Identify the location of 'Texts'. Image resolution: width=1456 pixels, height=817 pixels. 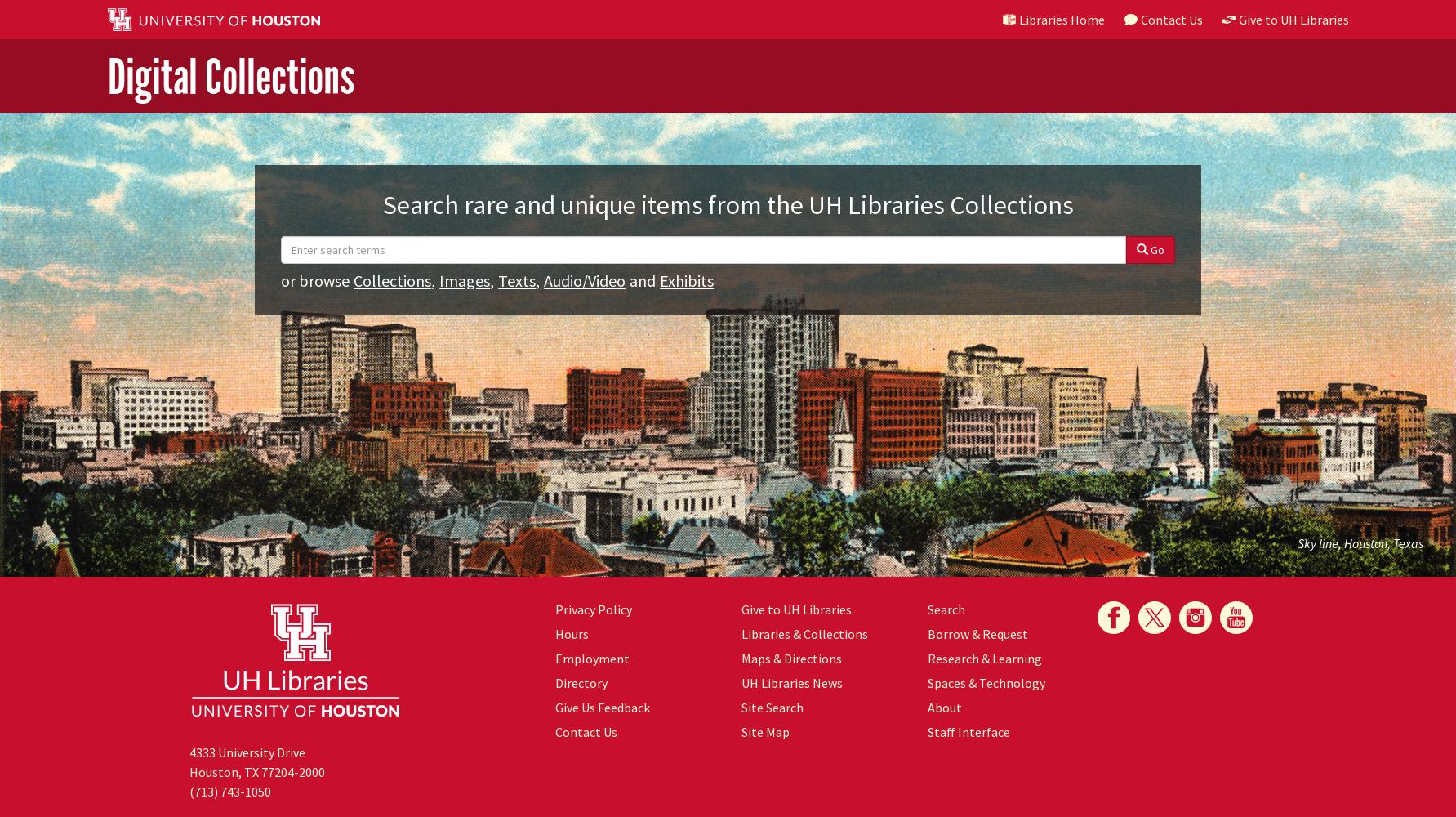
(516, 279).